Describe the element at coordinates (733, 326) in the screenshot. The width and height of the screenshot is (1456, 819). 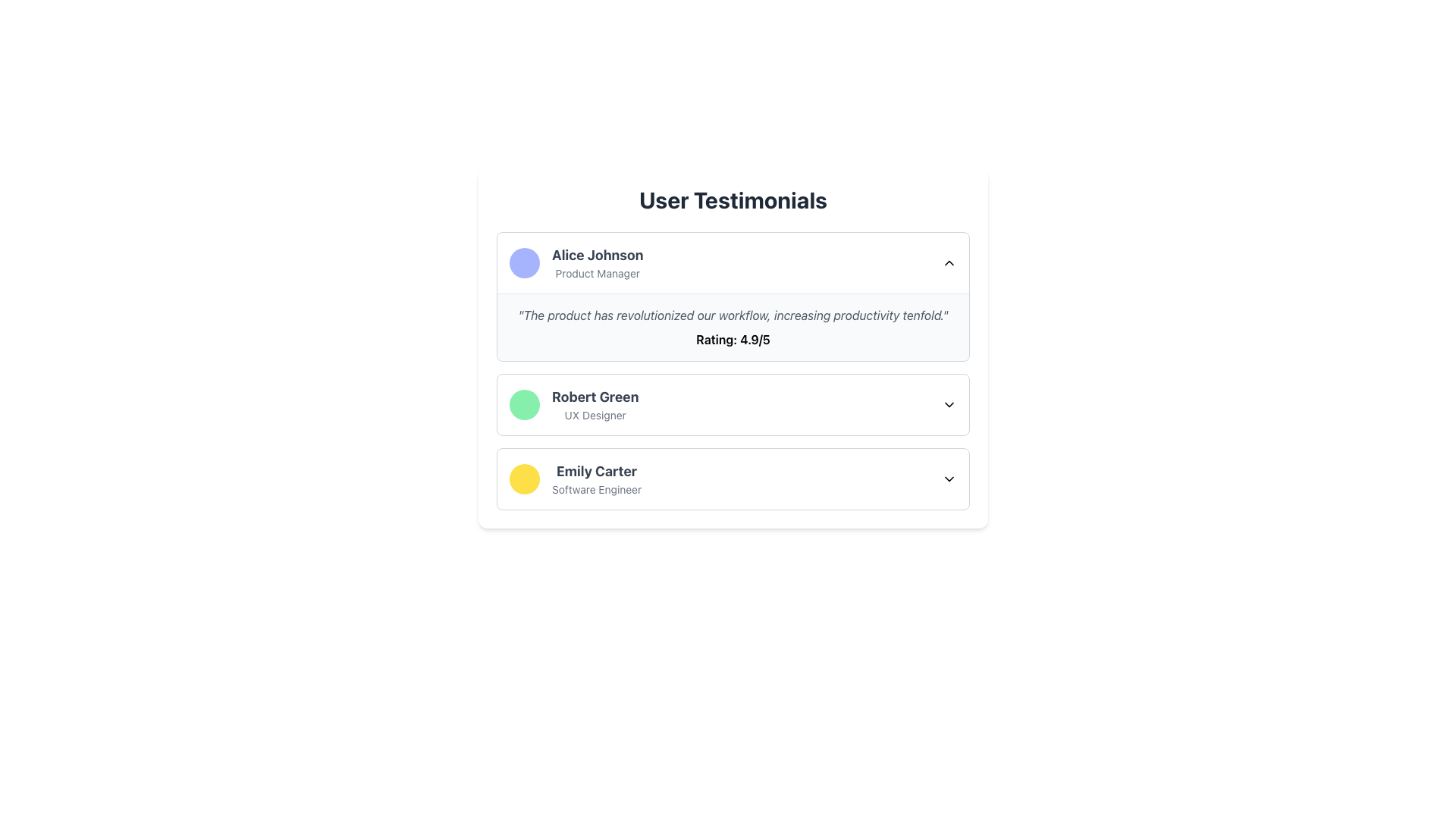
I see `testimonial text block for 'Alice Johnson', which contains a quote in italicized text and a bold rating, located in the center of the testimonial card` at that location.